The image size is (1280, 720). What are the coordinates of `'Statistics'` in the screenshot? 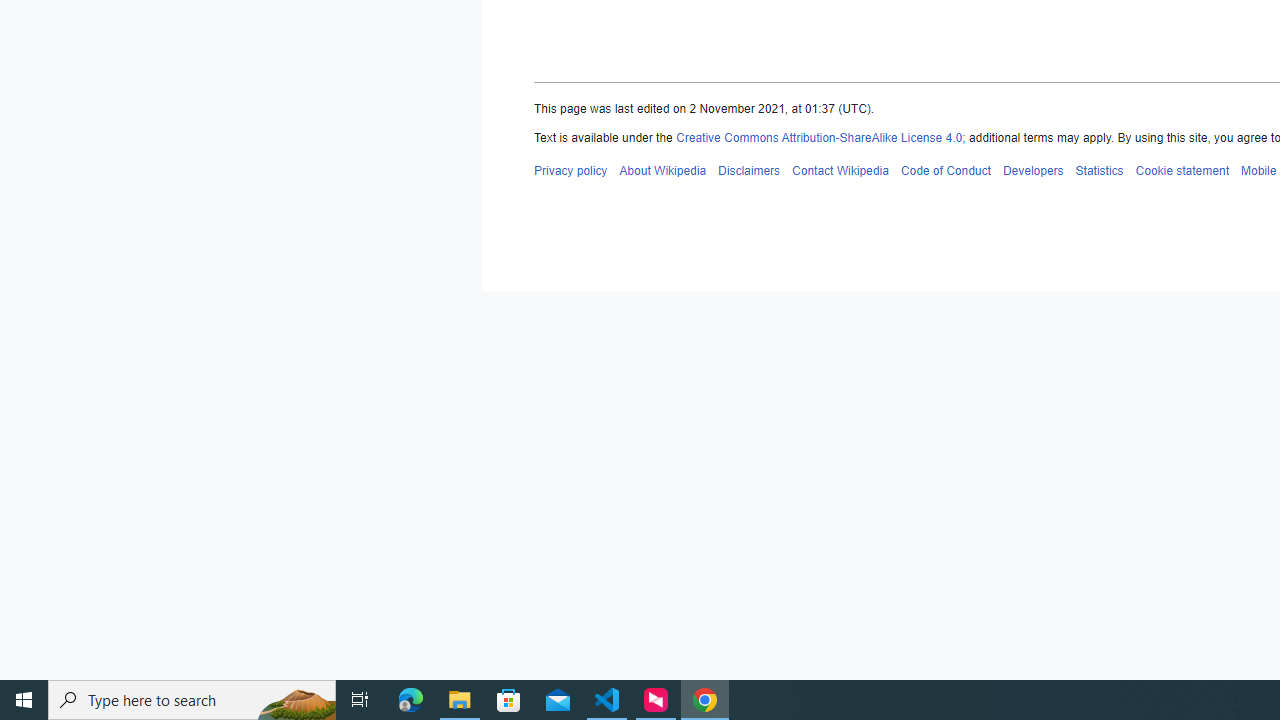 It's located at (1098, 169).